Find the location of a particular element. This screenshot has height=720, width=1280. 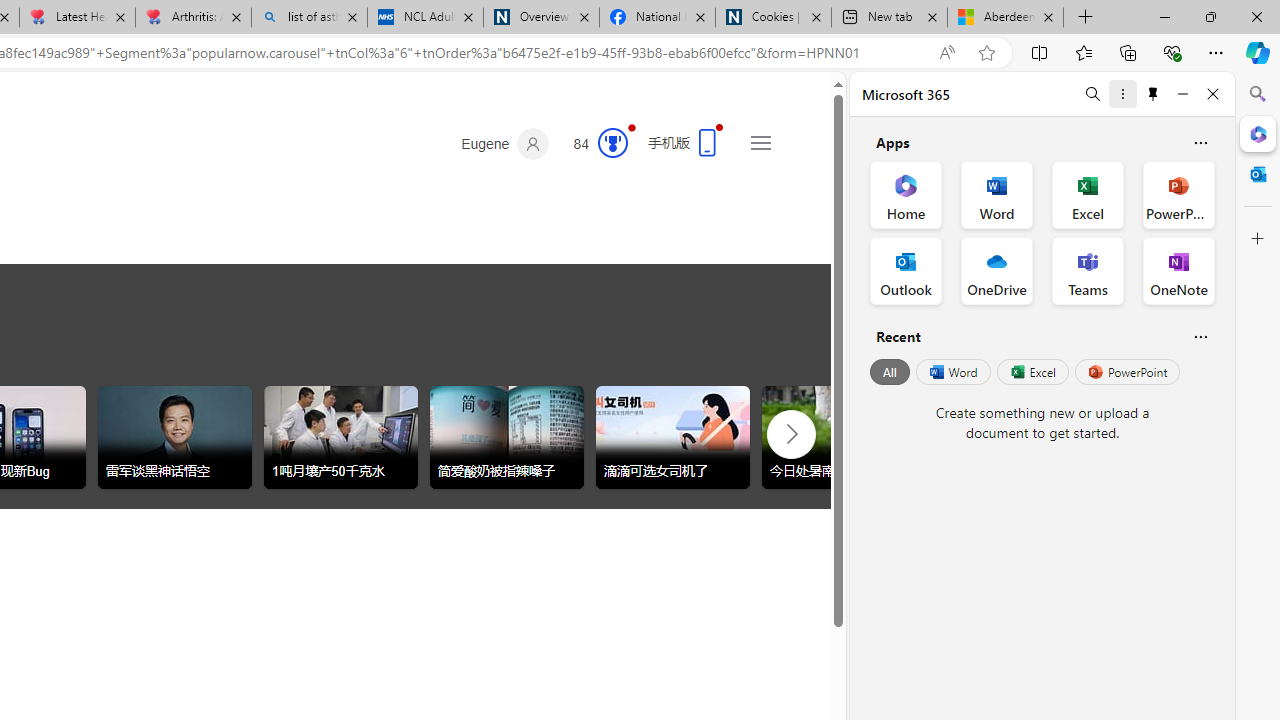

'Unpin side pane' is located at coordinates (1153, 93).